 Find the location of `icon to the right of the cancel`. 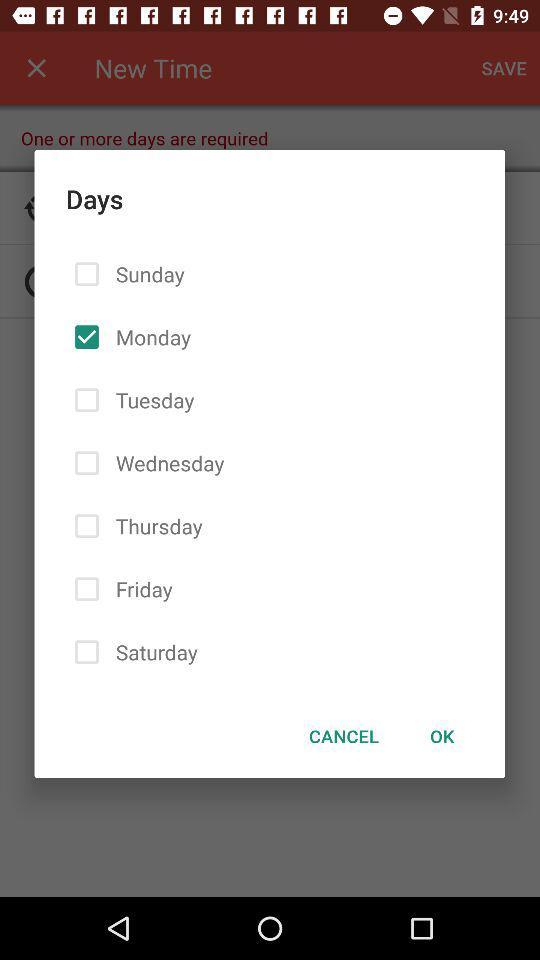

icon to the right of the cancel is located at coordinates (442, 735).